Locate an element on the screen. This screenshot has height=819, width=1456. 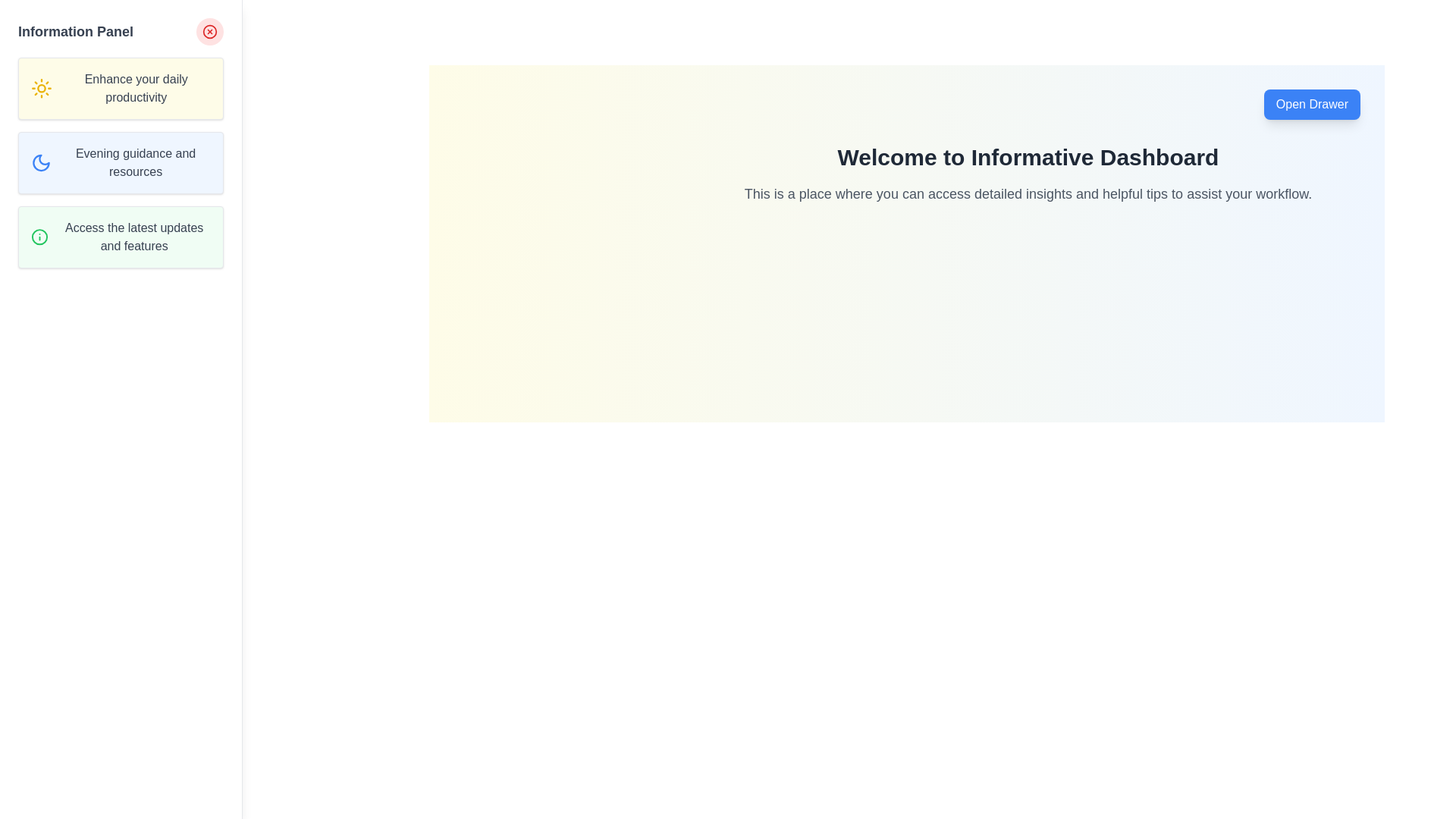
the circular graphic element located within the red button is located at coordinates (209, 32).